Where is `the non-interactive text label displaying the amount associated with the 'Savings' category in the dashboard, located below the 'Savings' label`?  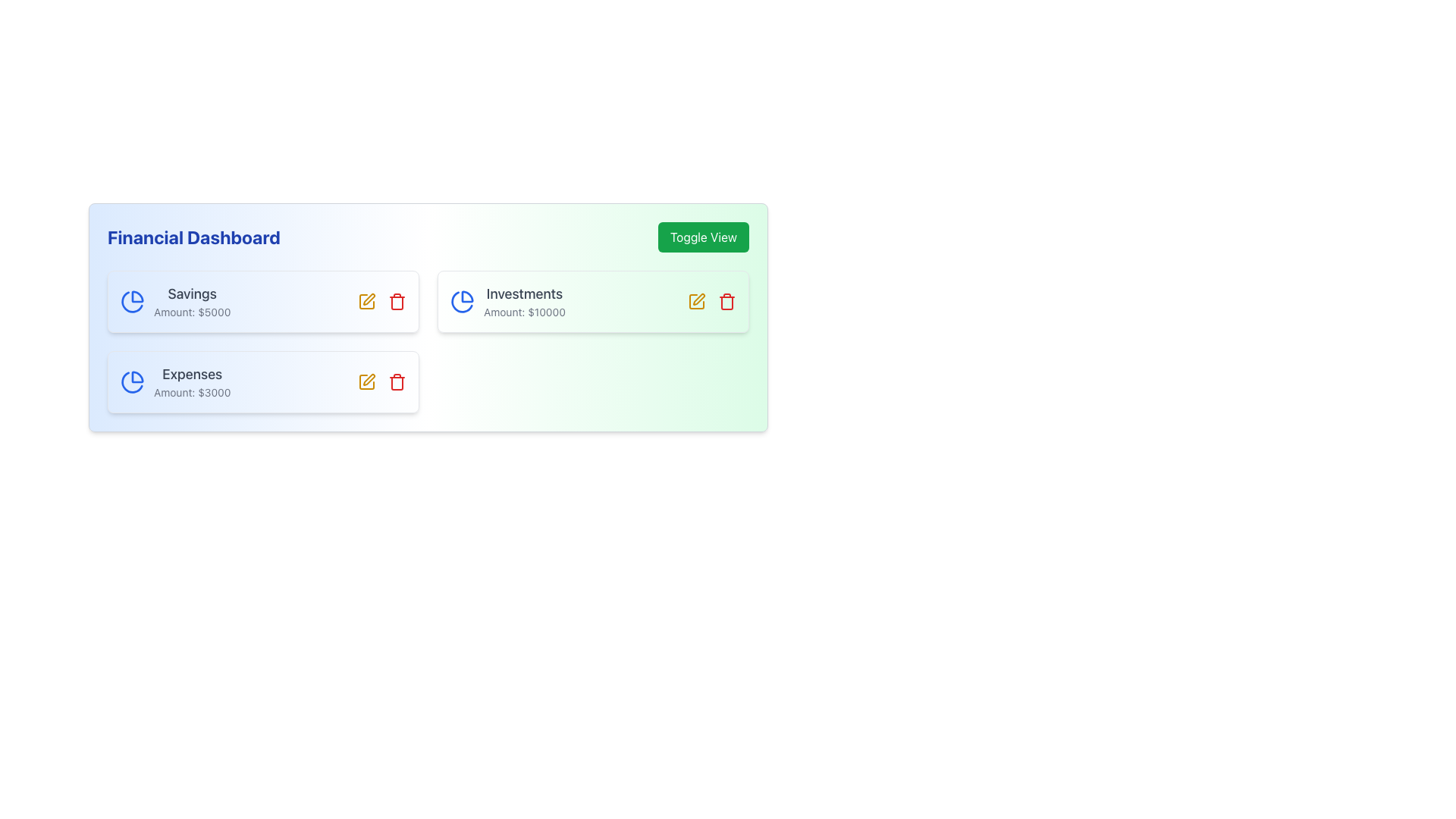
the non-interactive text label displaying the amount associated with the 'Savings' category in the dashboard, located below the 'Savings' label is located at coordinates (191, 312).